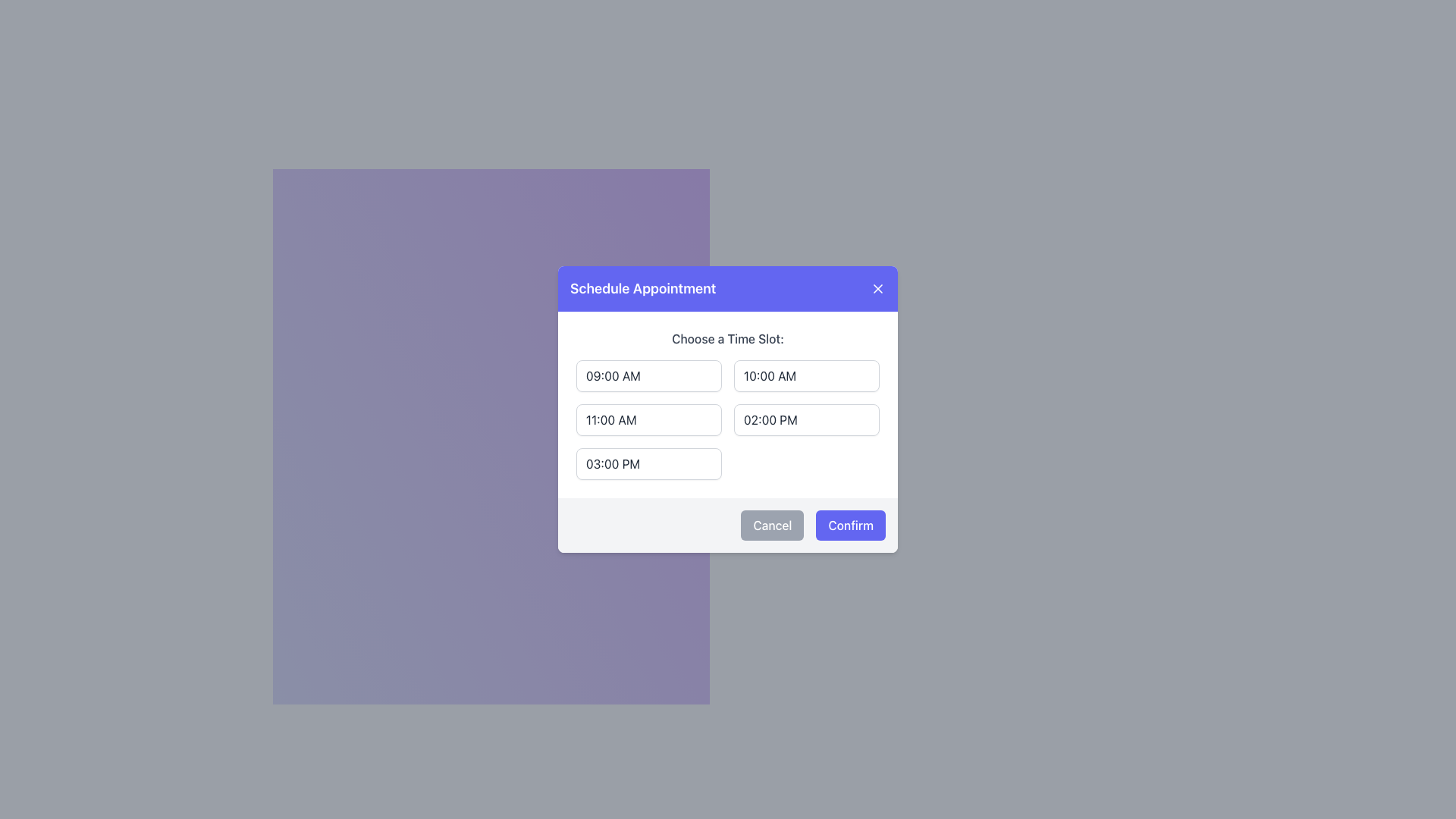 This screenshot has width=1456, height=819. What do you see at coordinates (877, 289) in the screenshot?
I see `the close button located at the top-right corner of the modal header titled 'Schedule Appointment'` at bounding box center [877, 289].